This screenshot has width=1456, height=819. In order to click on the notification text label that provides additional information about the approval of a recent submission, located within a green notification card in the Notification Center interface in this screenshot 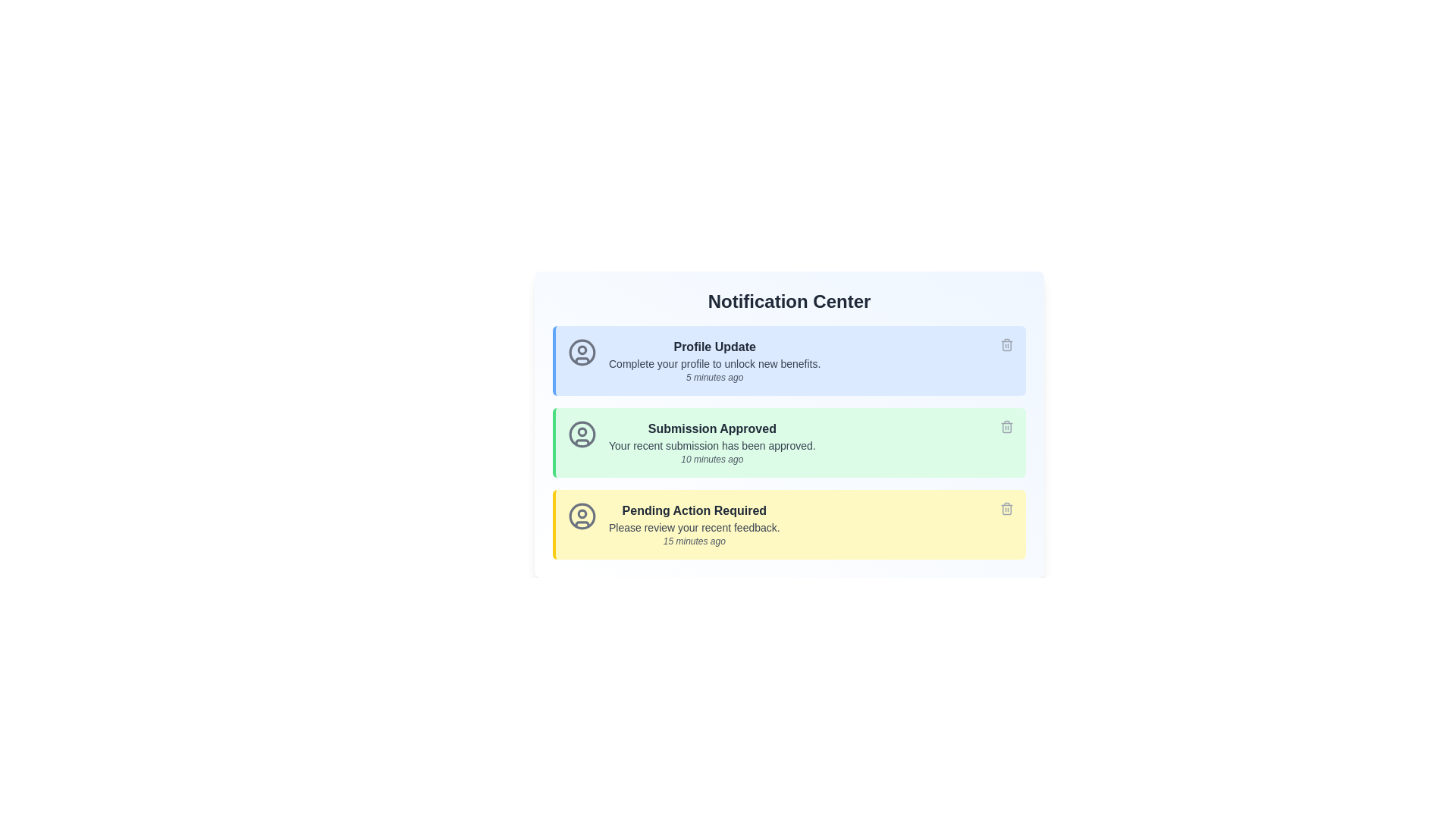, I will do `click(711, 444)`.